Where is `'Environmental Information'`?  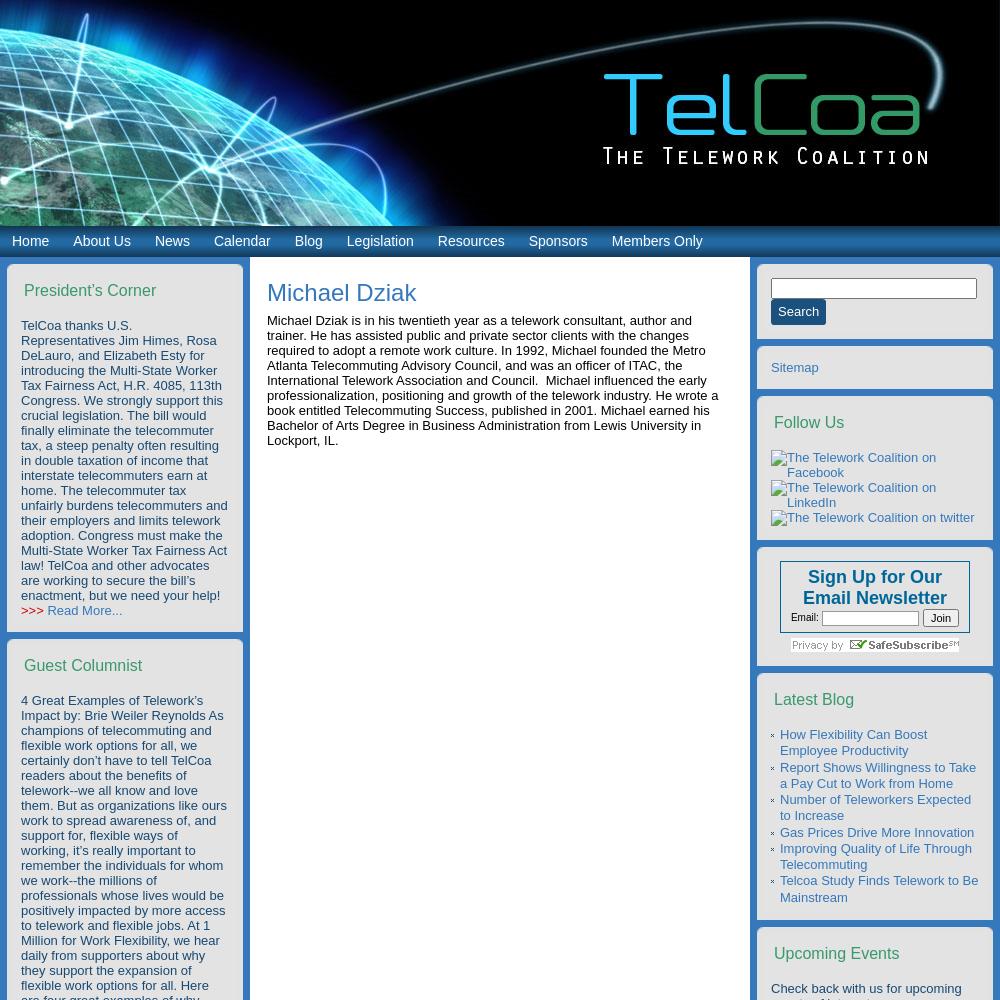 'Environmental Information' is located at coordinates (513, 394).